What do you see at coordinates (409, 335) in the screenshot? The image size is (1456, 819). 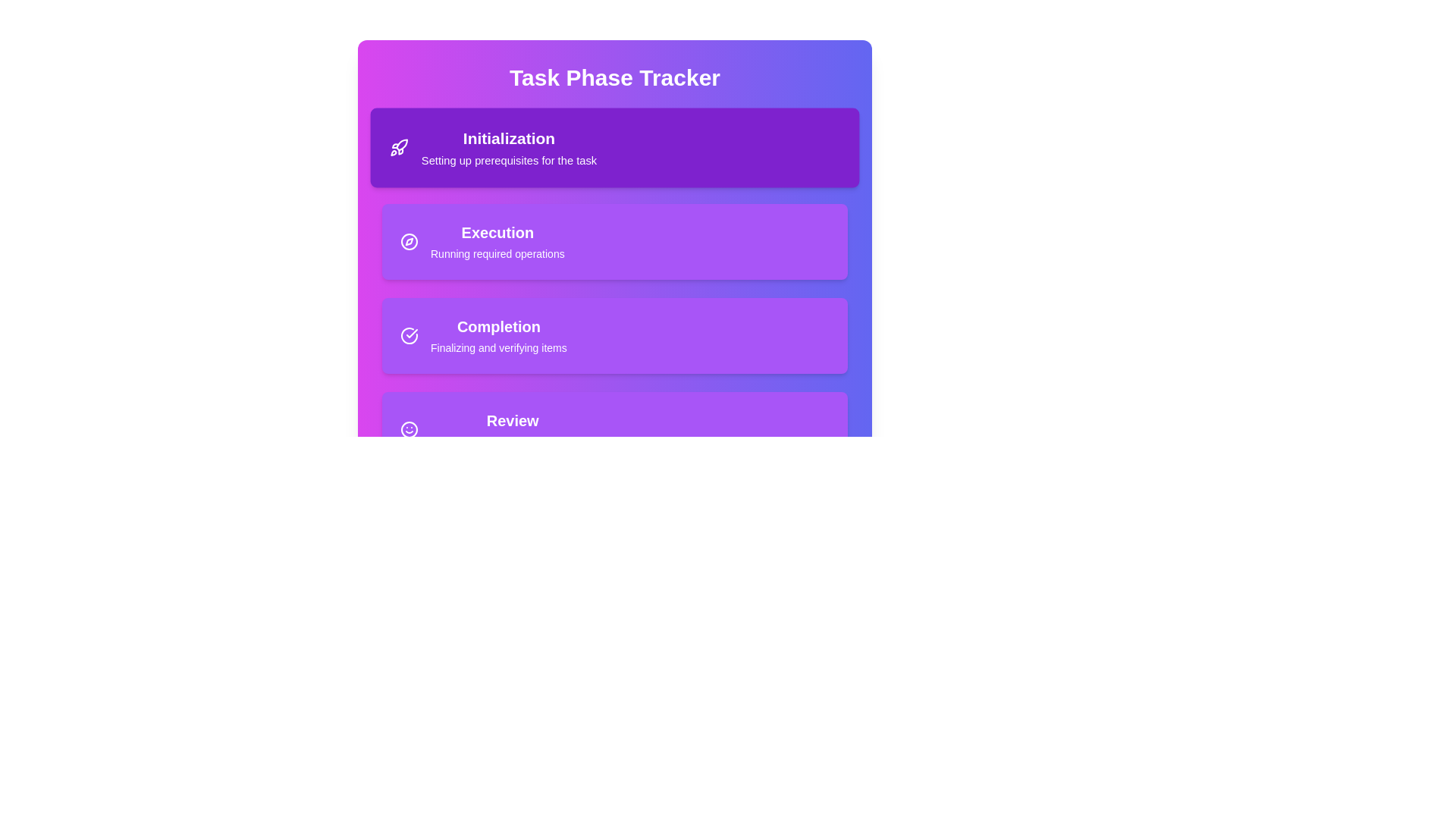 I see `the decorative icon that represents the status within the 'Completion' section, located adjacent to the text 'Finalizing and verifying items'` at bounding box center [409, 335].